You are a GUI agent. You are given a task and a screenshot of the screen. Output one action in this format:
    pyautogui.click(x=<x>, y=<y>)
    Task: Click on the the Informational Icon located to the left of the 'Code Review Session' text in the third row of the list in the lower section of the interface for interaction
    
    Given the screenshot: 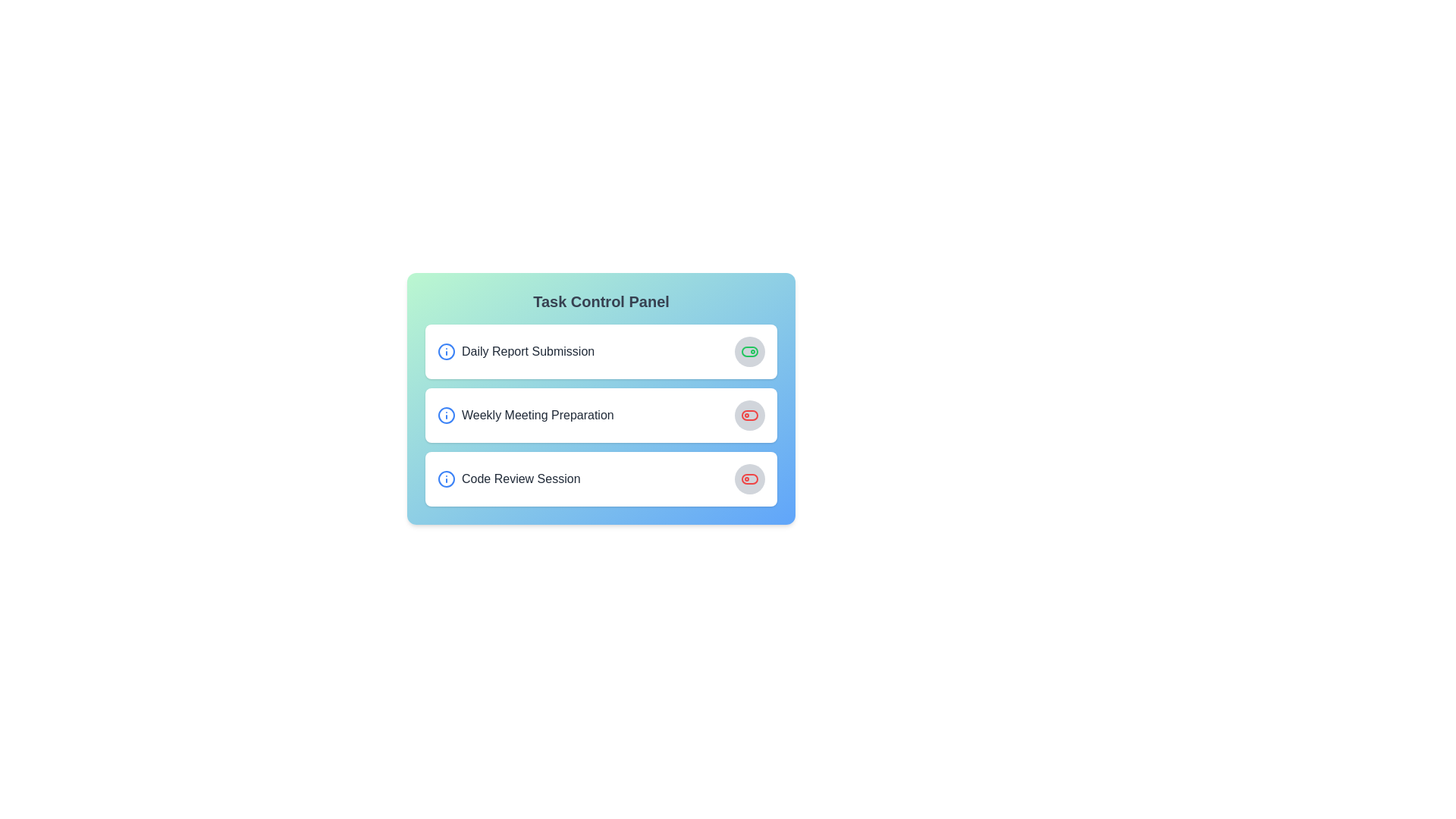 What is the action you would take?
    pyautogui.click(x=446, y=479)
    